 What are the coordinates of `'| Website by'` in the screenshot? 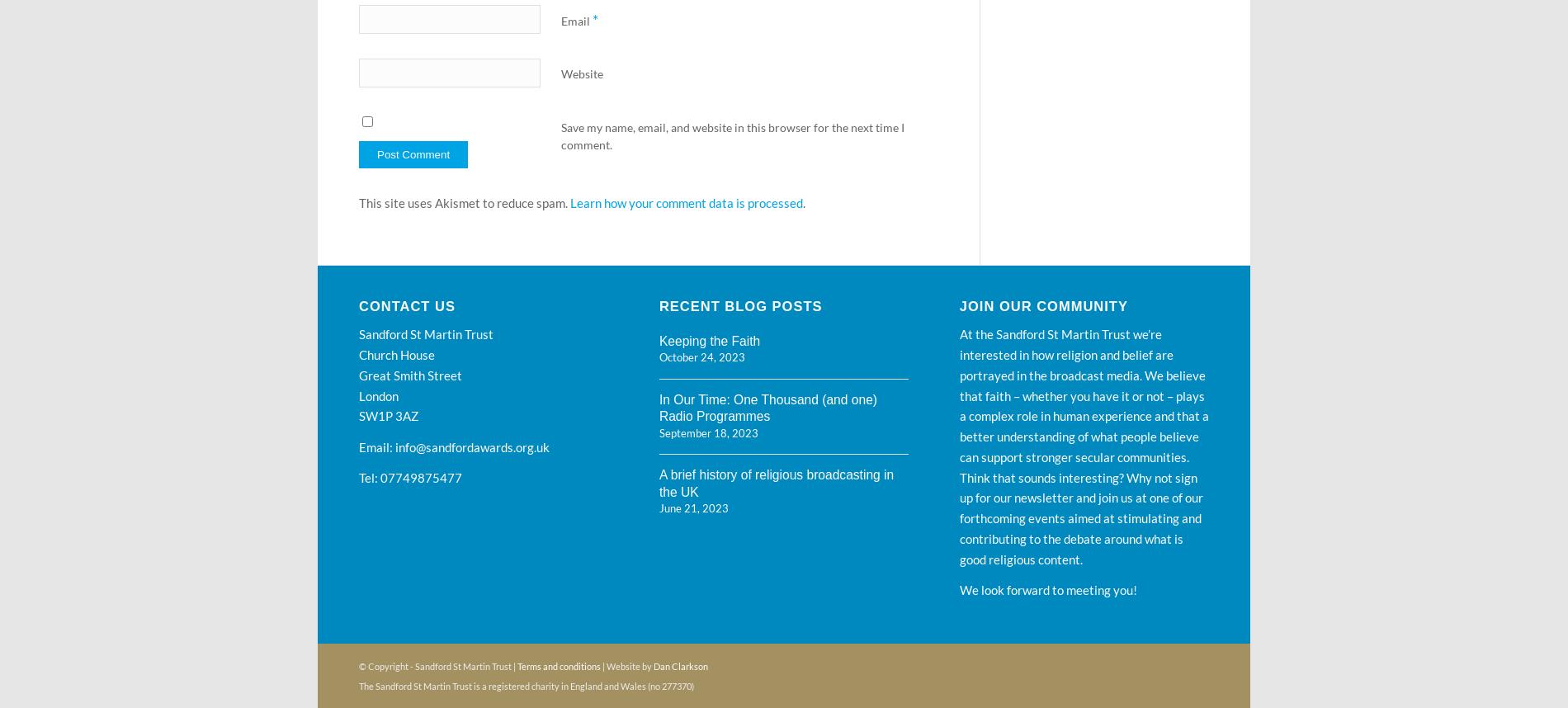 It's located at (626, 665).